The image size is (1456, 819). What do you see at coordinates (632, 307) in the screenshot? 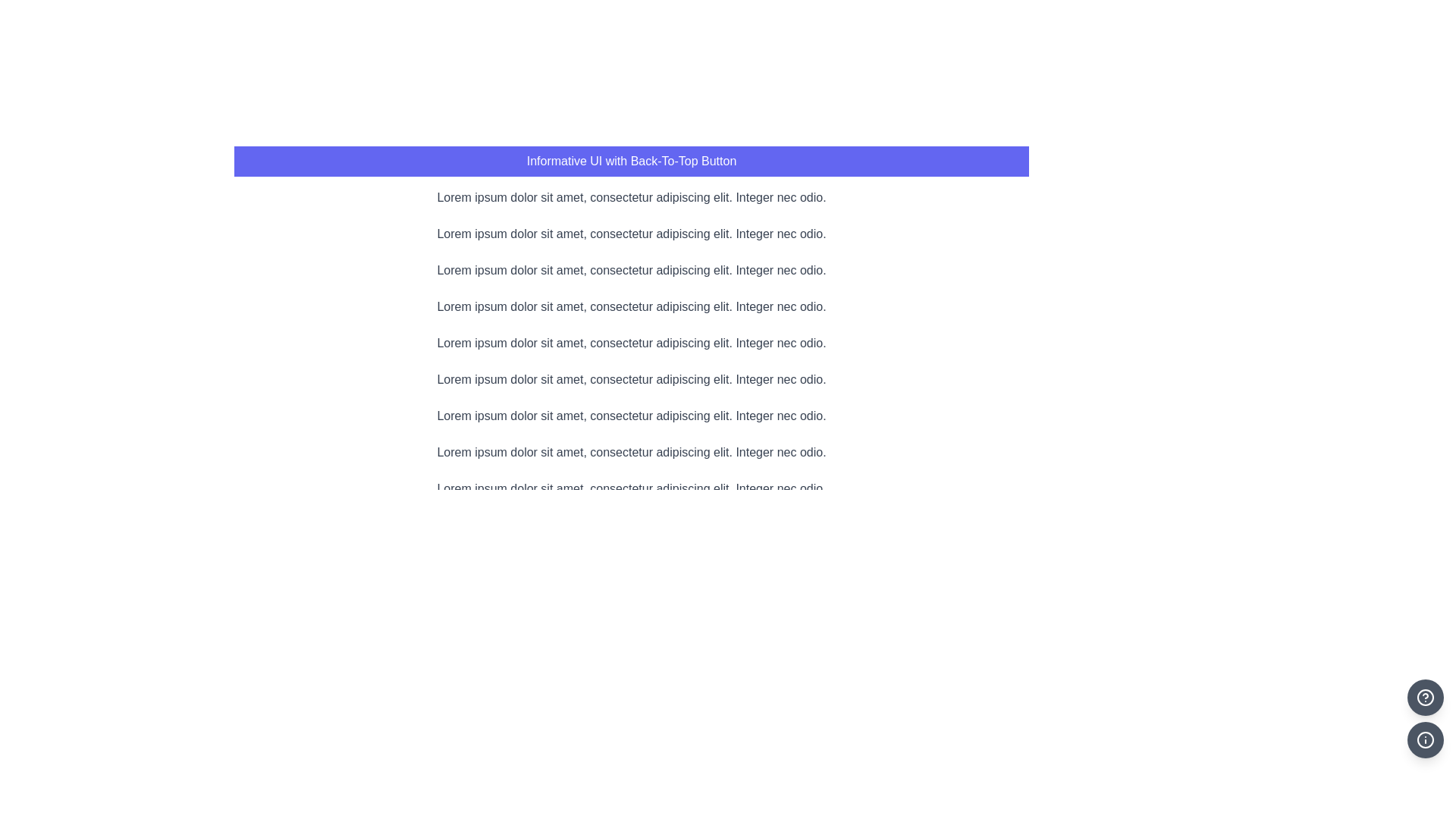
I see `the static text element that is the fourth item in a vertically stacked list` at bounding box center [632, 307].